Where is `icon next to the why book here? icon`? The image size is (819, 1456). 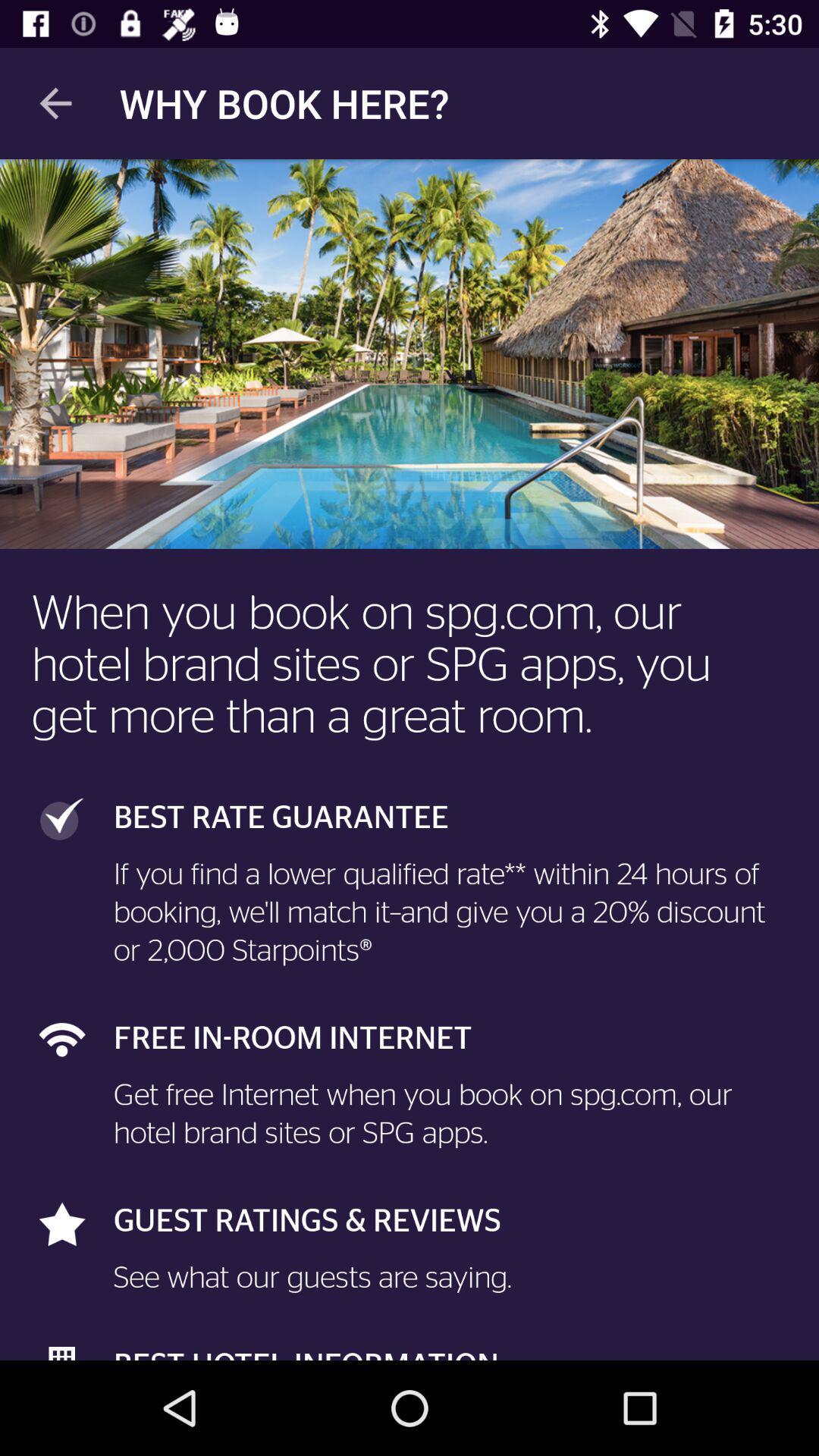 icon next to the why book here? icon is located at coordinates (55, 102).